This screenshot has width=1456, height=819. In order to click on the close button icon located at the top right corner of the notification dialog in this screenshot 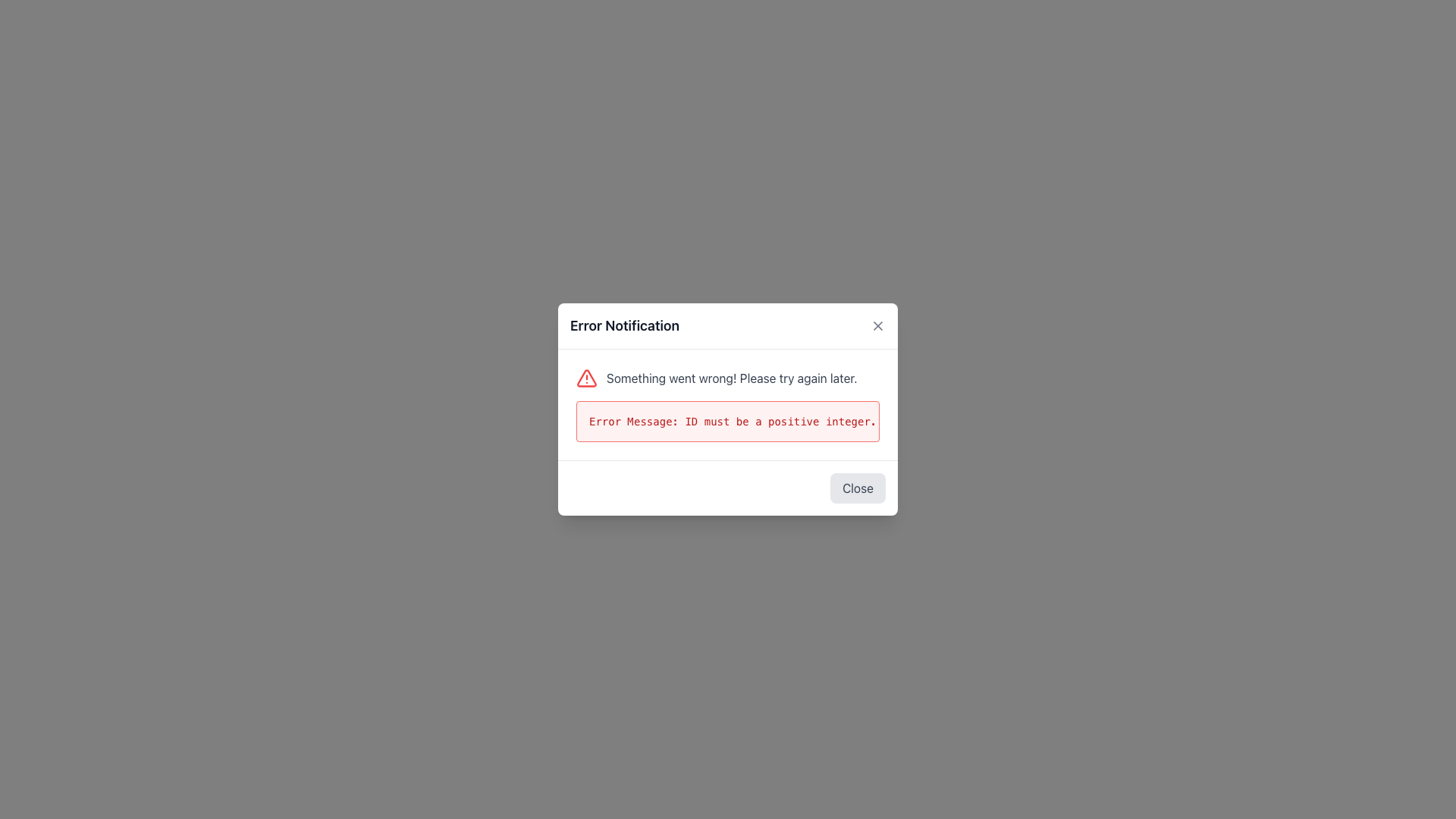, I will do `click(877, 325)`.